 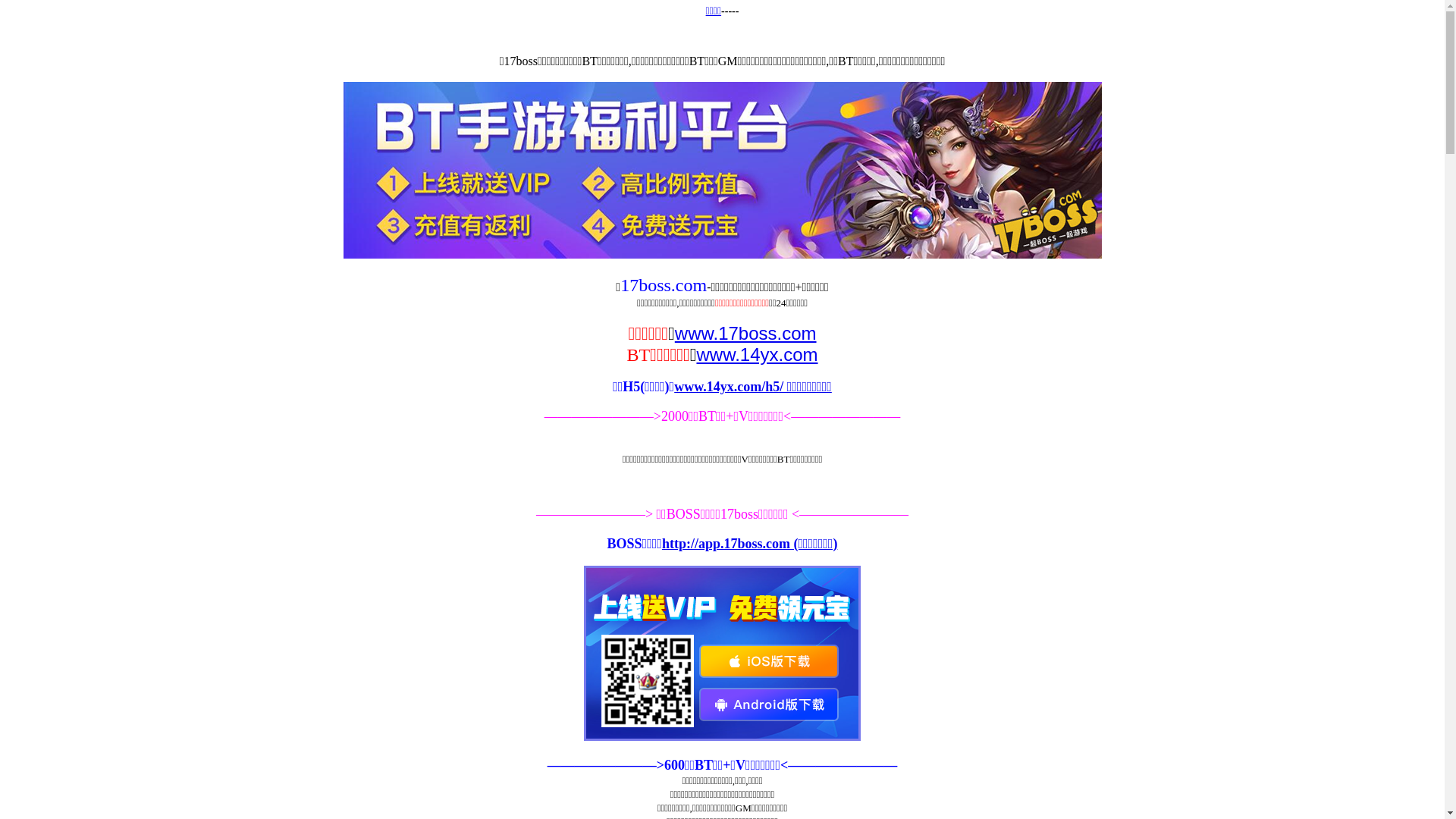 I want to click on 'www.14yx.com', so click(x=757, y=354).